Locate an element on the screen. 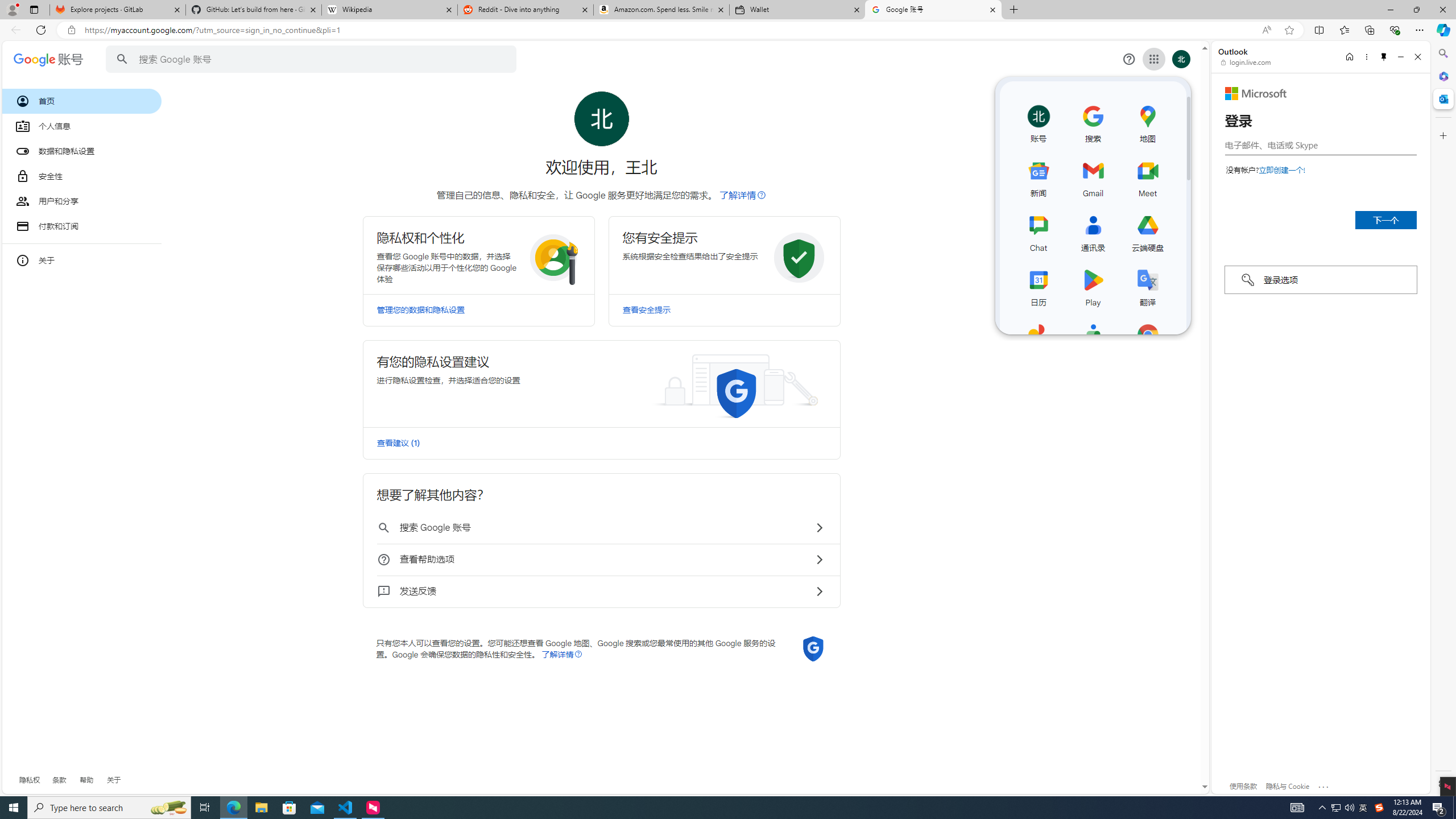 The image size is (1456, 819). 'login.live.com' is located at coordinates (1246, 61).